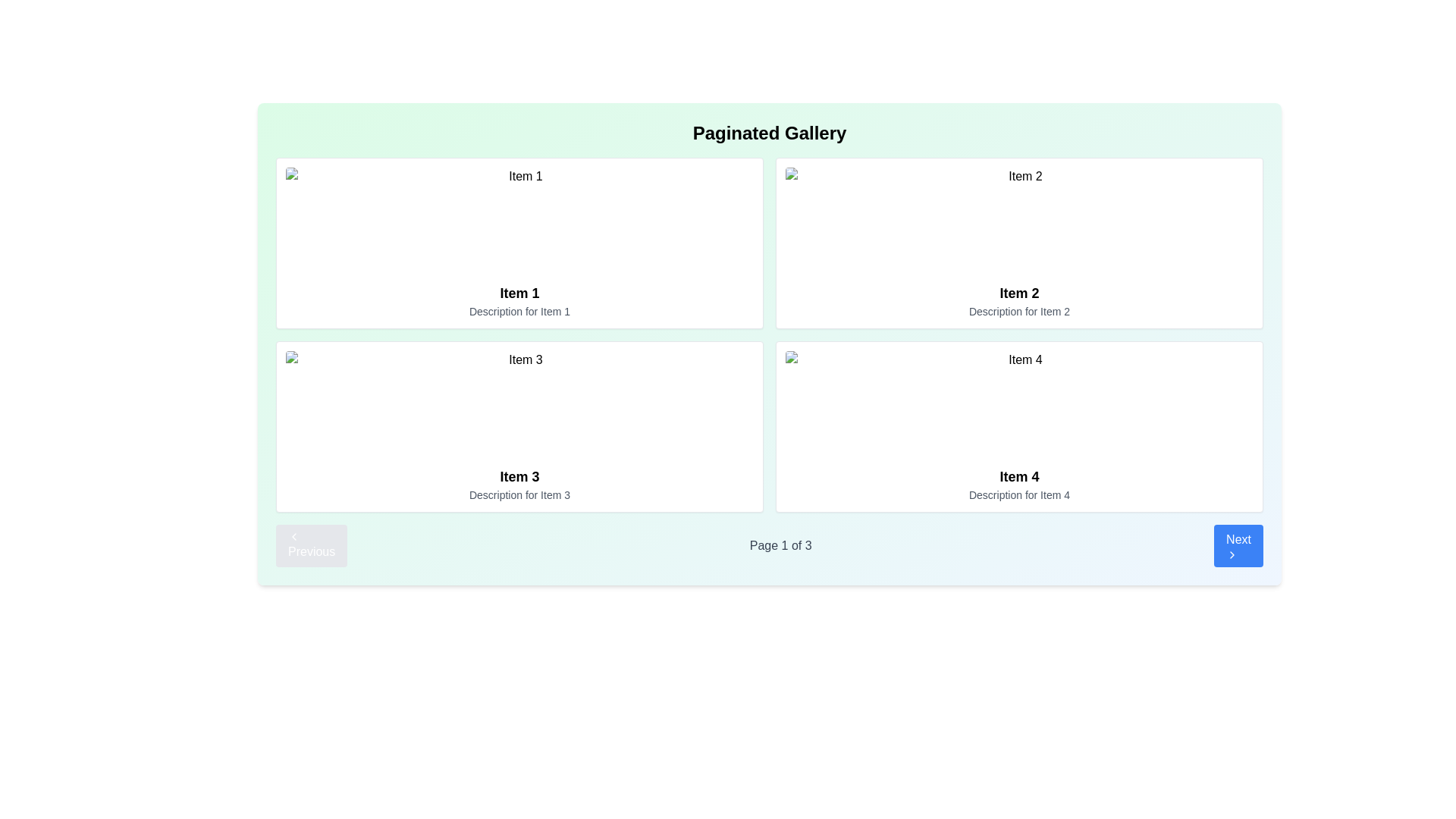  What do you see at coordinates (519, 494) in the screenshot?
I see `the Text label that provides supplementary information for 'Item 3', located at the bottom of the card in the bottom-left grid of a 2x2 layout` at bounding box center [519, 494].